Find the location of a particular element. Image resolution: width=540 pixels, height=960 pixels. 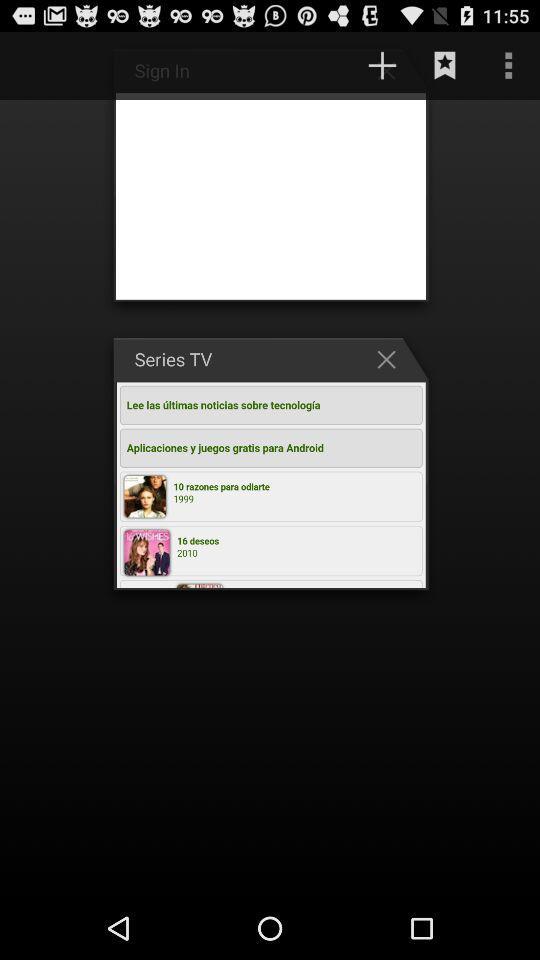

http www javamovil item is located at coordinates (298, 65).